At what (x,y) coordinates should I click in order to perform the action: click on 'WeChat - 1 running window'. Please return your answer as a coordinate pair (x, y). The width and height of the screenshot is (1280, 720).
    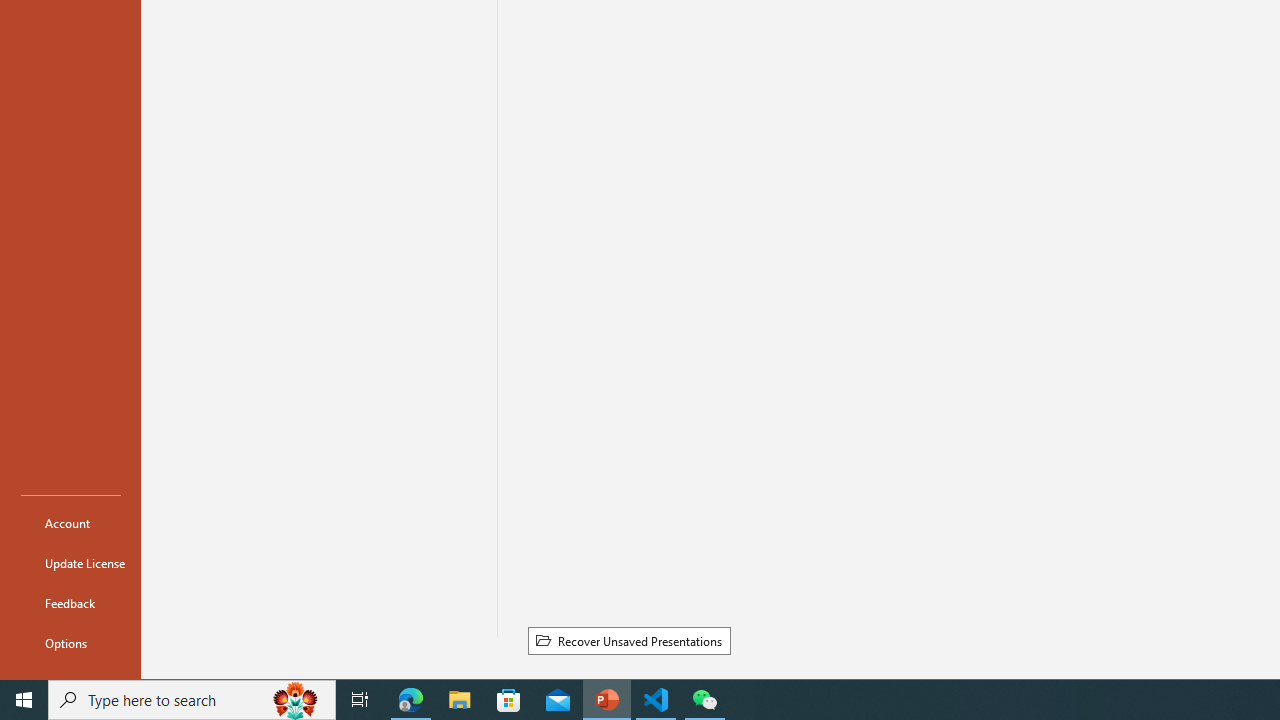
    Looking at the image, I should click on (705, 698).